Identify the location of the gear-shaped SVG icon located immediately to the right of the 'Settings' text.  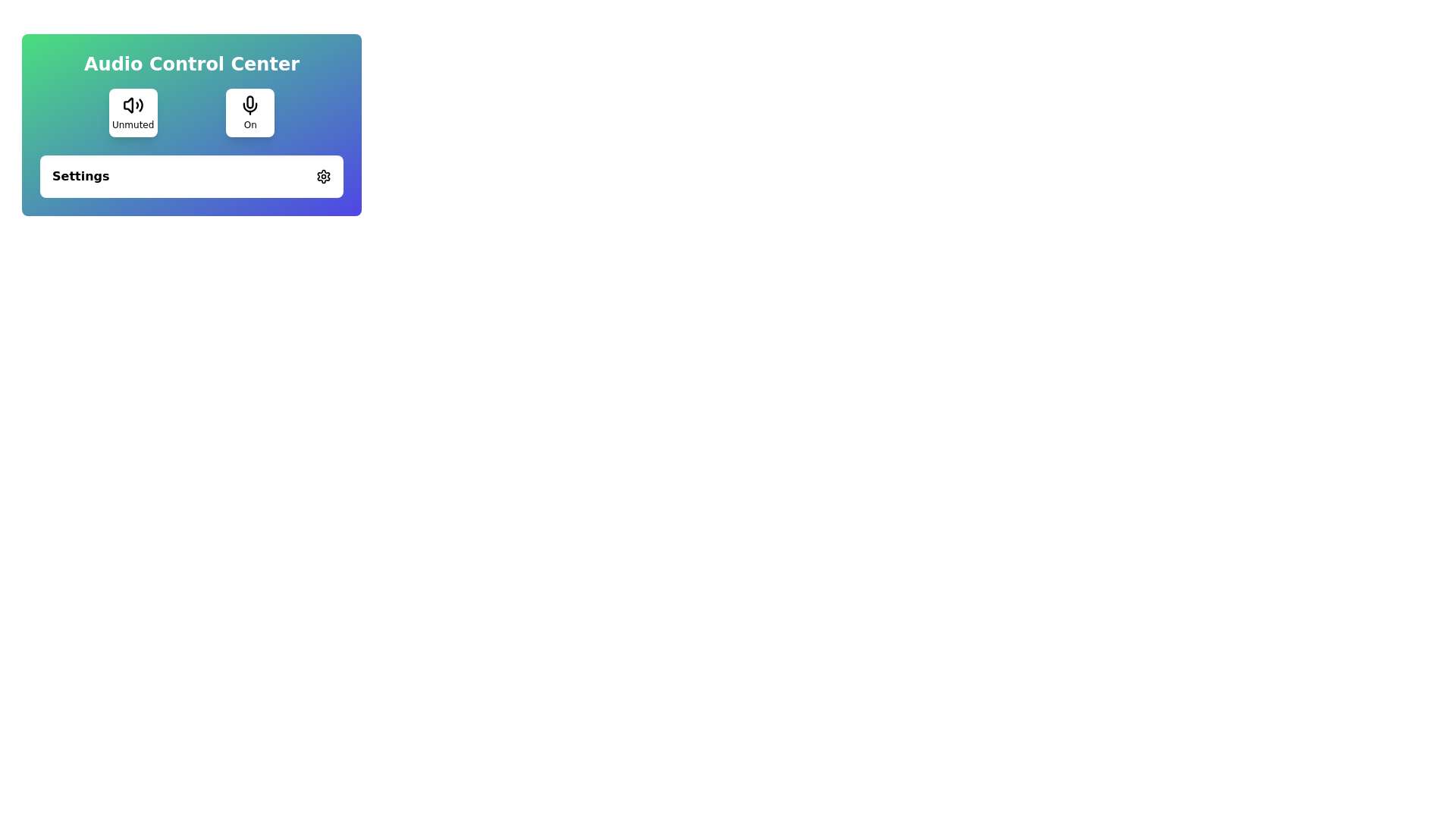
(323, 175).